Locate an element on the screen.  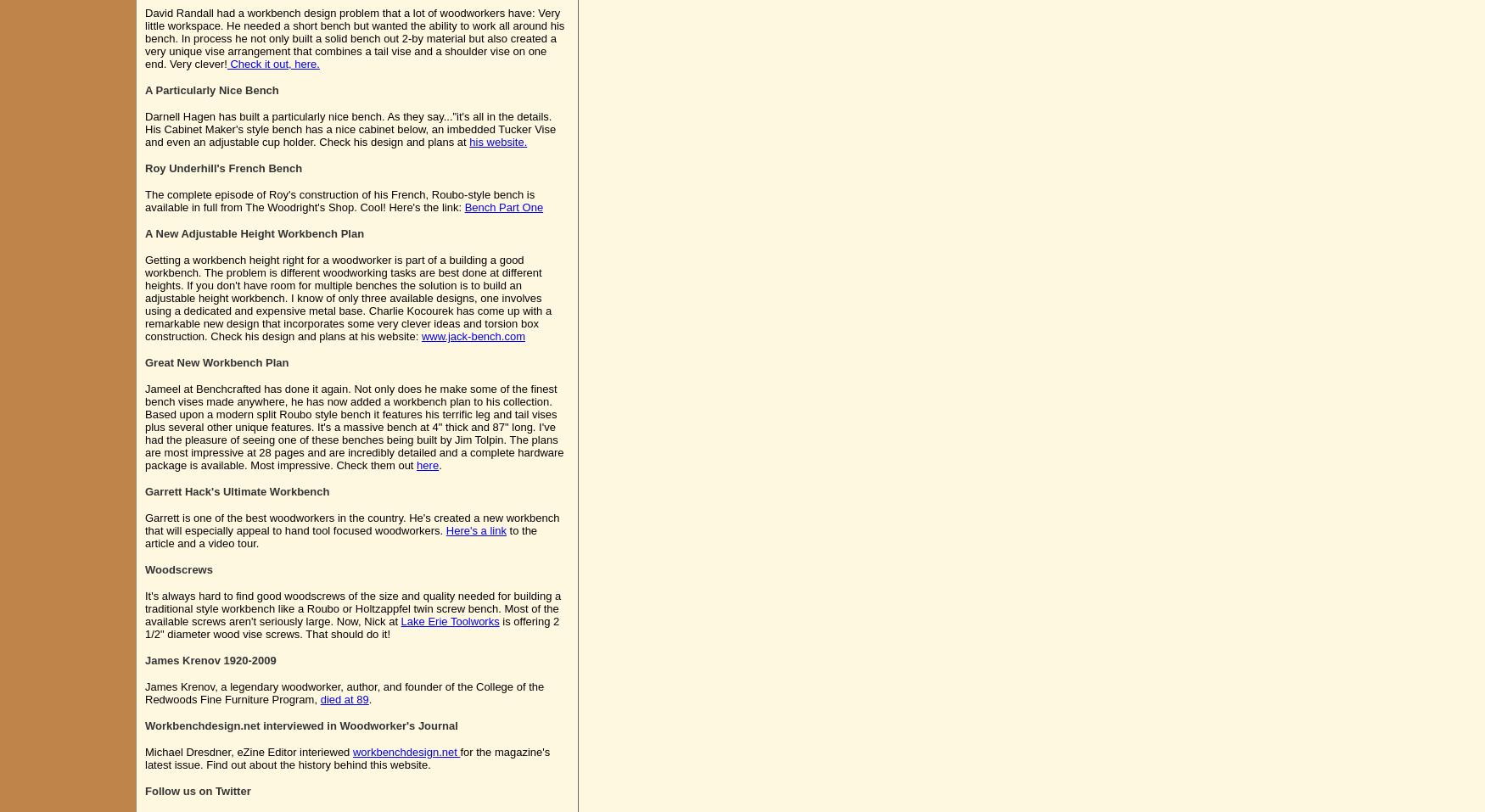
'Darnell Hagen has built a particularly nice bench. As they say..."it's all in the details. His Cabinet Maker's style bench has a nice cabinet below, an imbedded Tucker Vise and even an adjustable cup holder.  Check his design and plans at' is located at coordinates (350, 129).